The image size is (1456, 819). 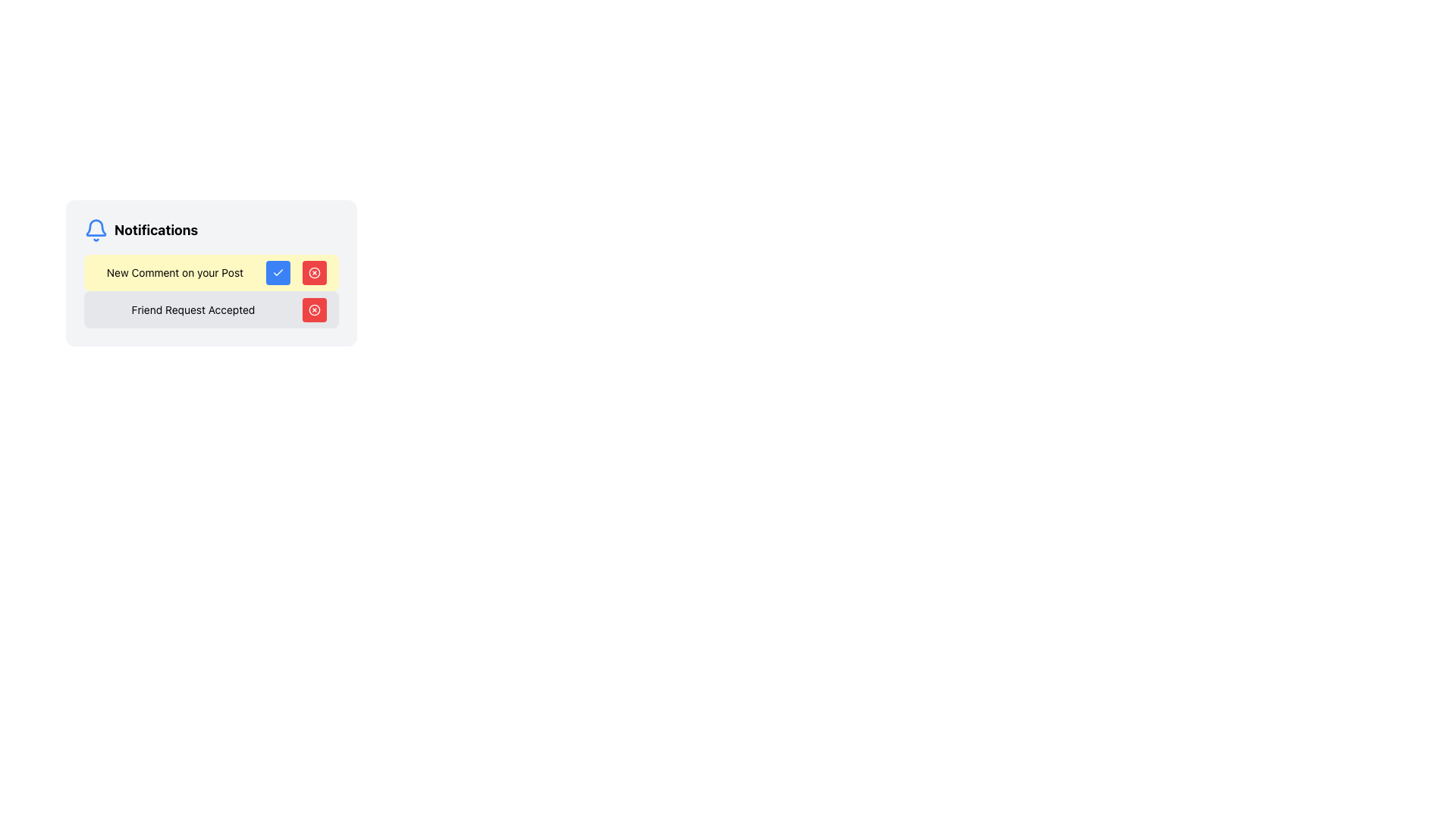 I want to click on the small, round red button with a white cross icon located to the far right of the 'Friend Request Accepted' notification, so click(x=313, y=309).